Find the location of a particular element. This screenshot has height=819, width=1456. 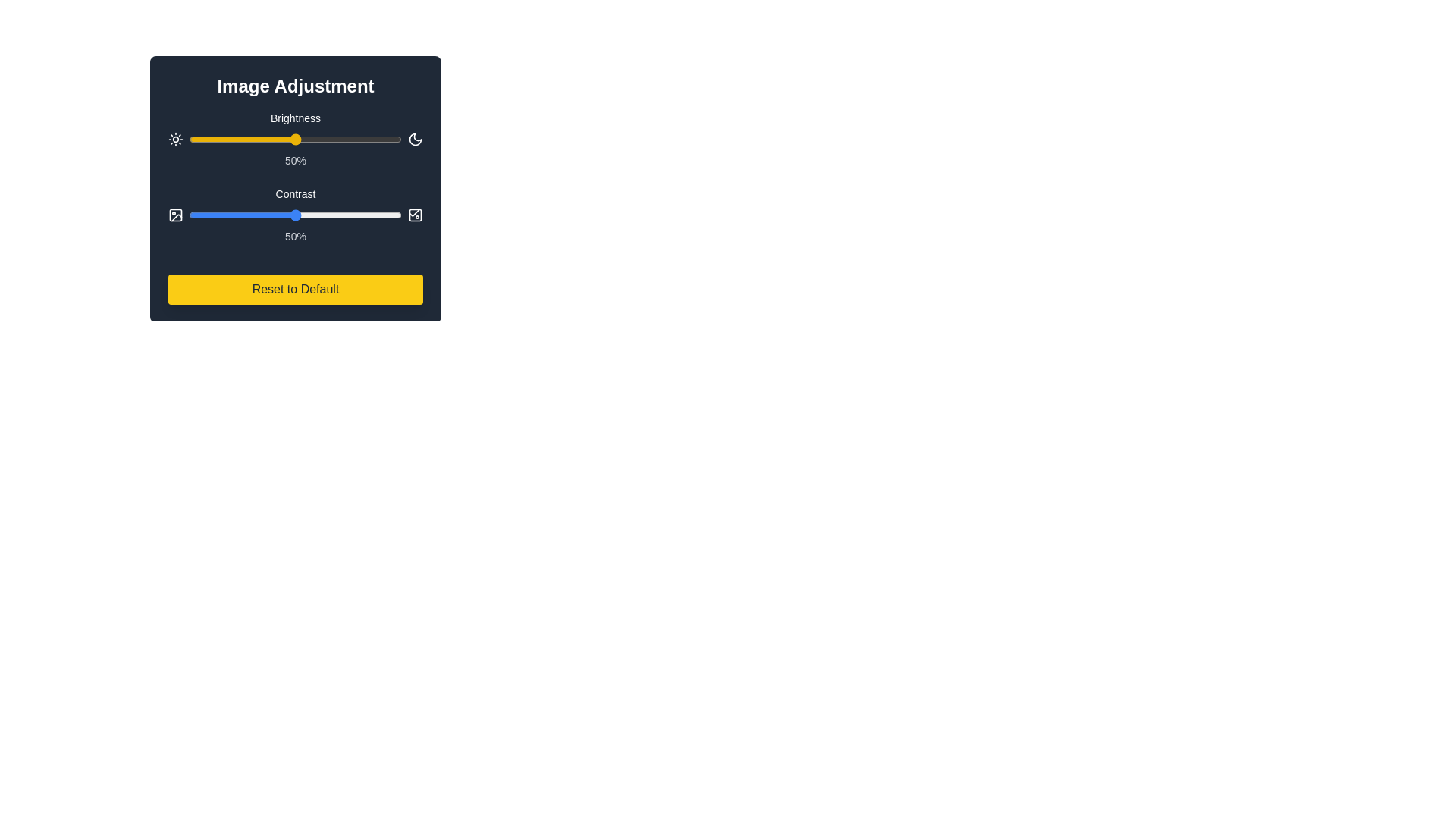

brightness is located at coordinates (335, 140).